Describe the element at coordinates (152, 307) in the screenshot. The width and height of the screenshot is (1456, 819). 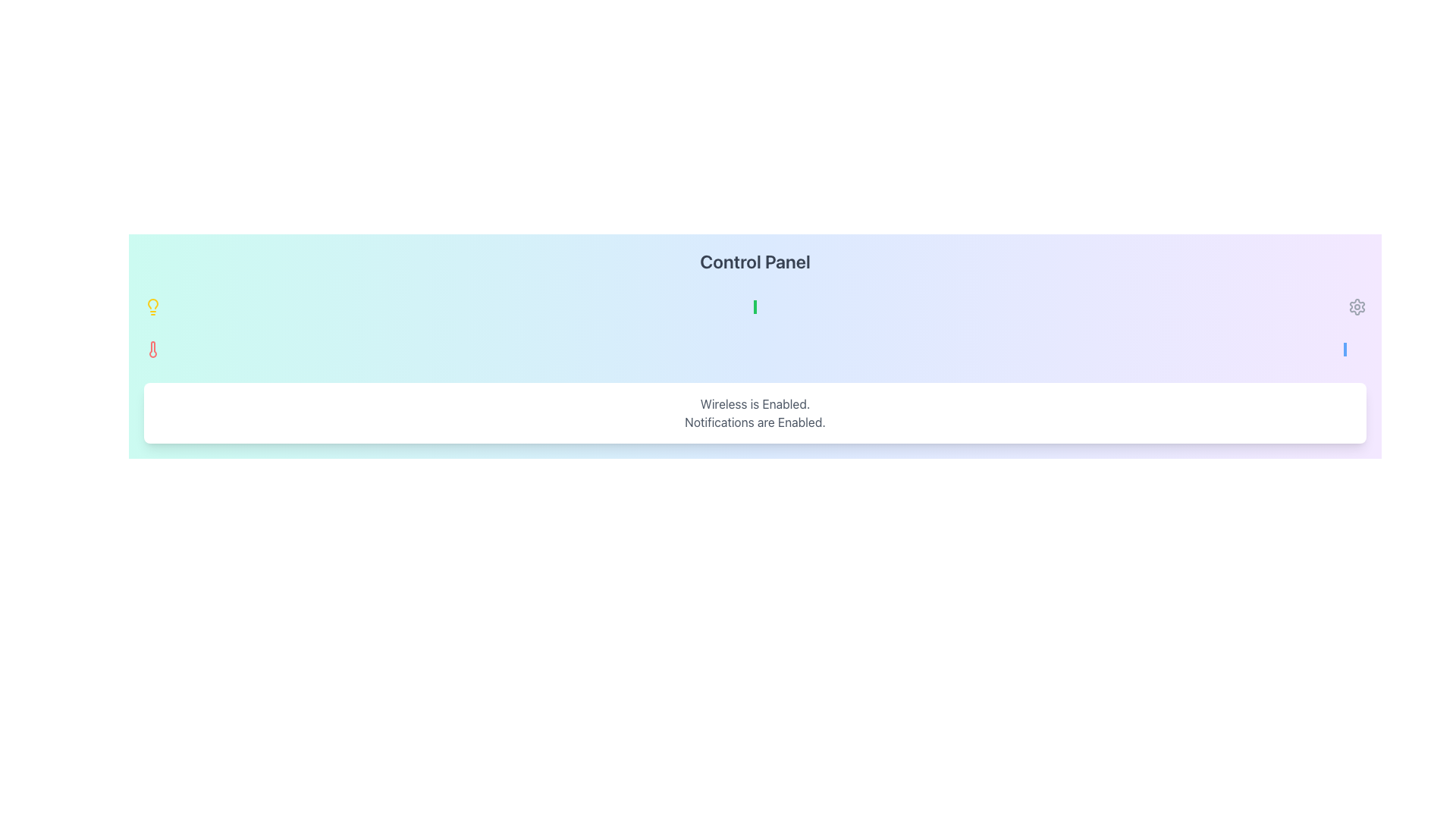
I see `the lightbulb icon, which is outlined in bold yellow and positioned at the top-left corner of the control panel` at that location.